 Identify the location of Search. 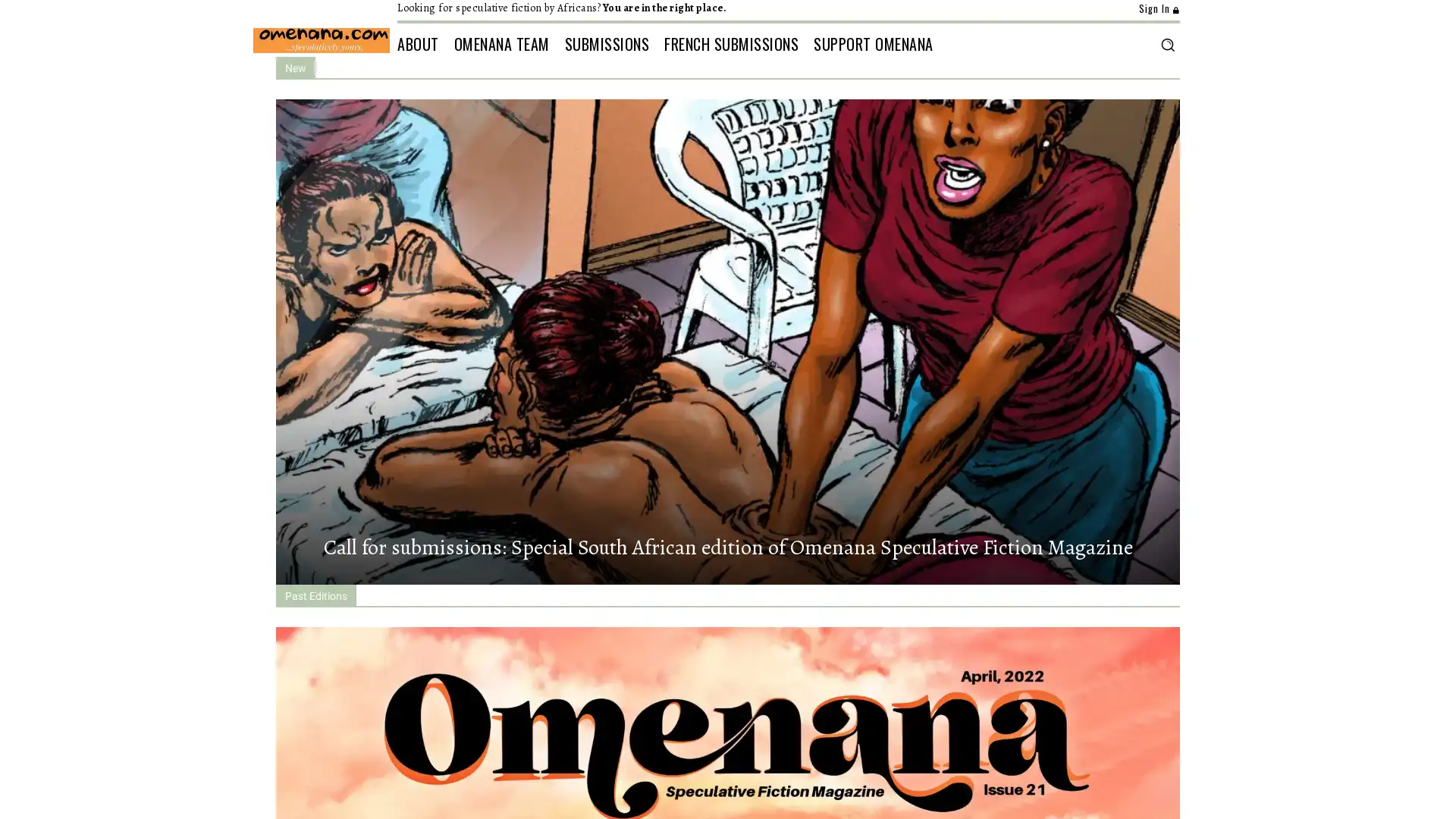
(1166, 43).